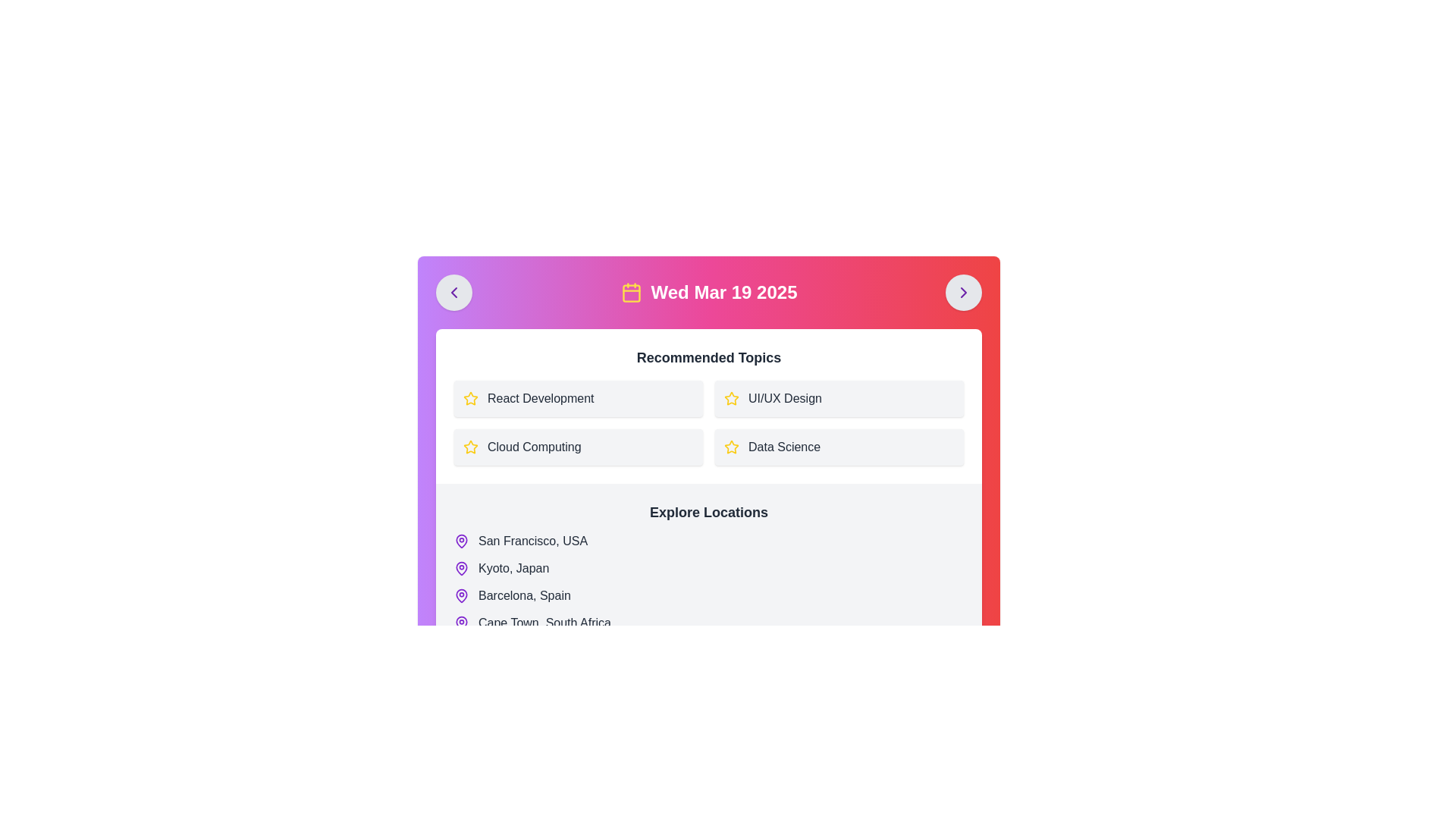 This screenshot has height=819, width=1456. Describe the element at coordinates (578, 447) in the screenshot. I see `the 'Cloud Computing' button, which is the third item in the grid under 'Recommended Topics'` at that location.